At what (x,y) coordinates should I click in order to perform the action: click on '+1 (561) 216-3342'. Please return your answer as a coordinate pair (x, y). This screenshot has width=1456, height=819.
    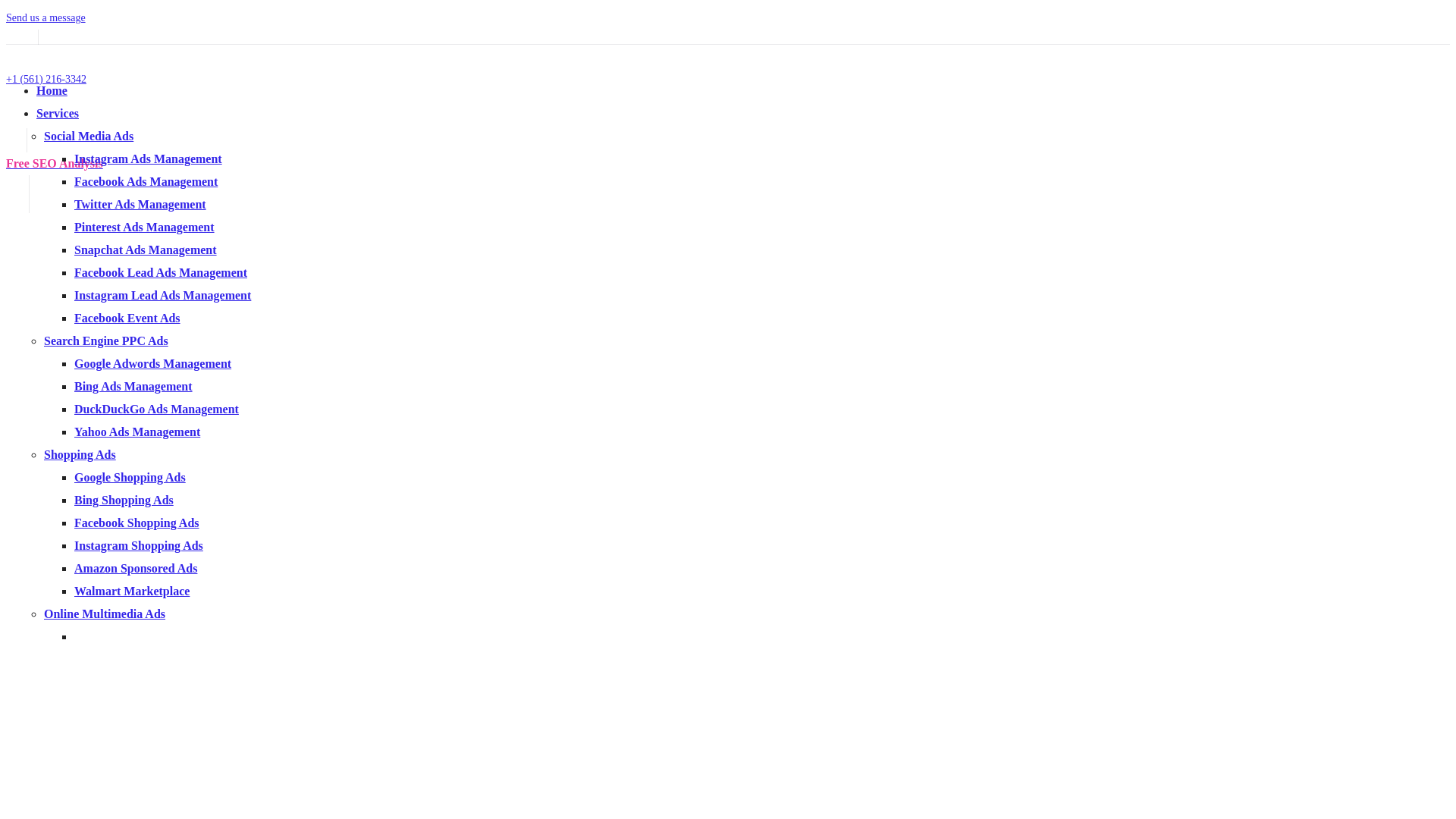
    Looking at the image, I should click on (46, 79).